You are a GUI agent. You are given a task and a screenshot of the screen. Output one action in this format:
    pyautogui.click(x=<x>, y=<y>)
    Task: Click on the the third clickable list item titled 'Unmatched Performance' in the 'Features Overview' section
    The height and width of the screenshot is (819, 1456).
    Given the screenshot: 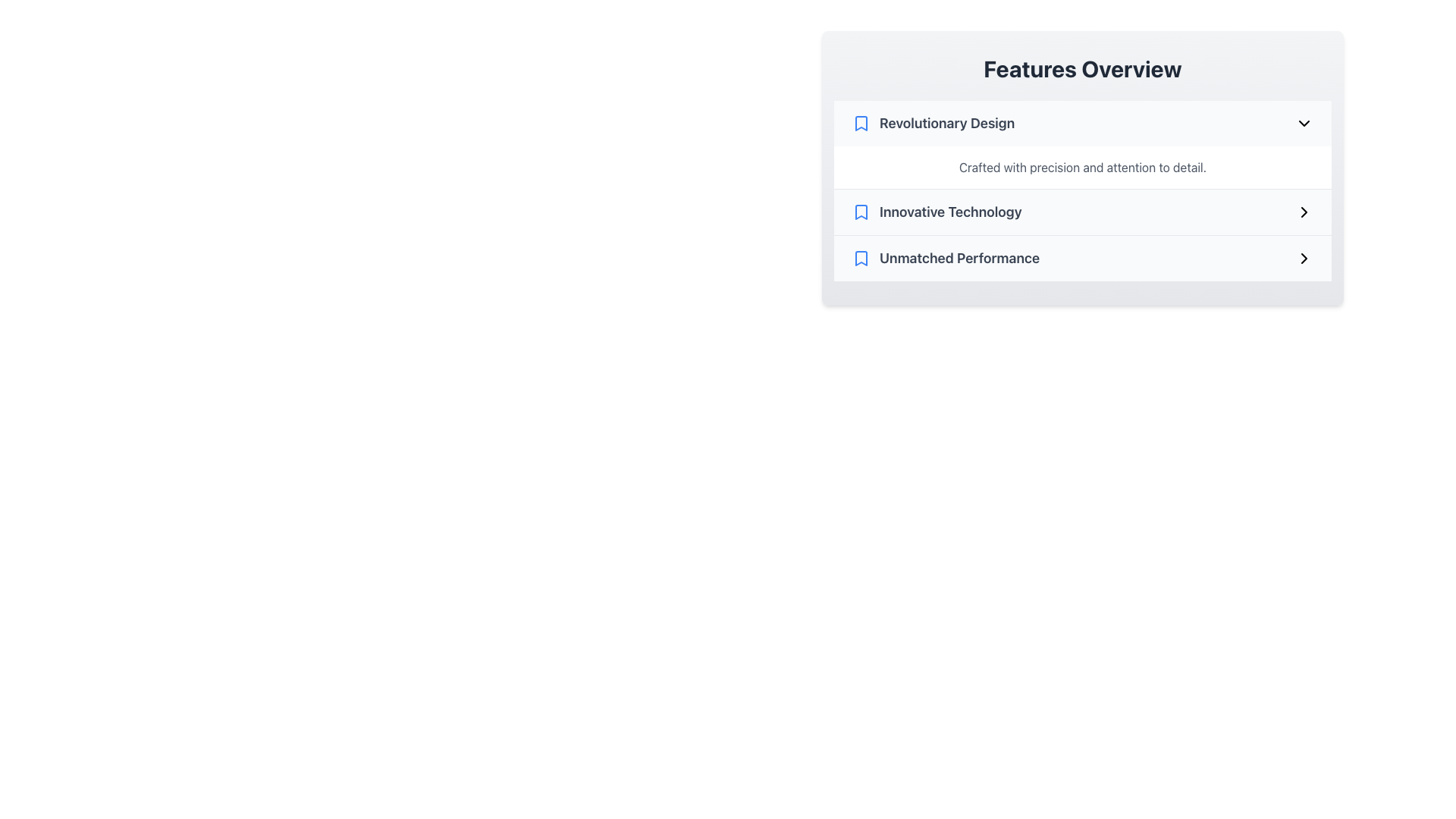 What is the action you would take?
    pyautogui.click(x=945, y=257)
    